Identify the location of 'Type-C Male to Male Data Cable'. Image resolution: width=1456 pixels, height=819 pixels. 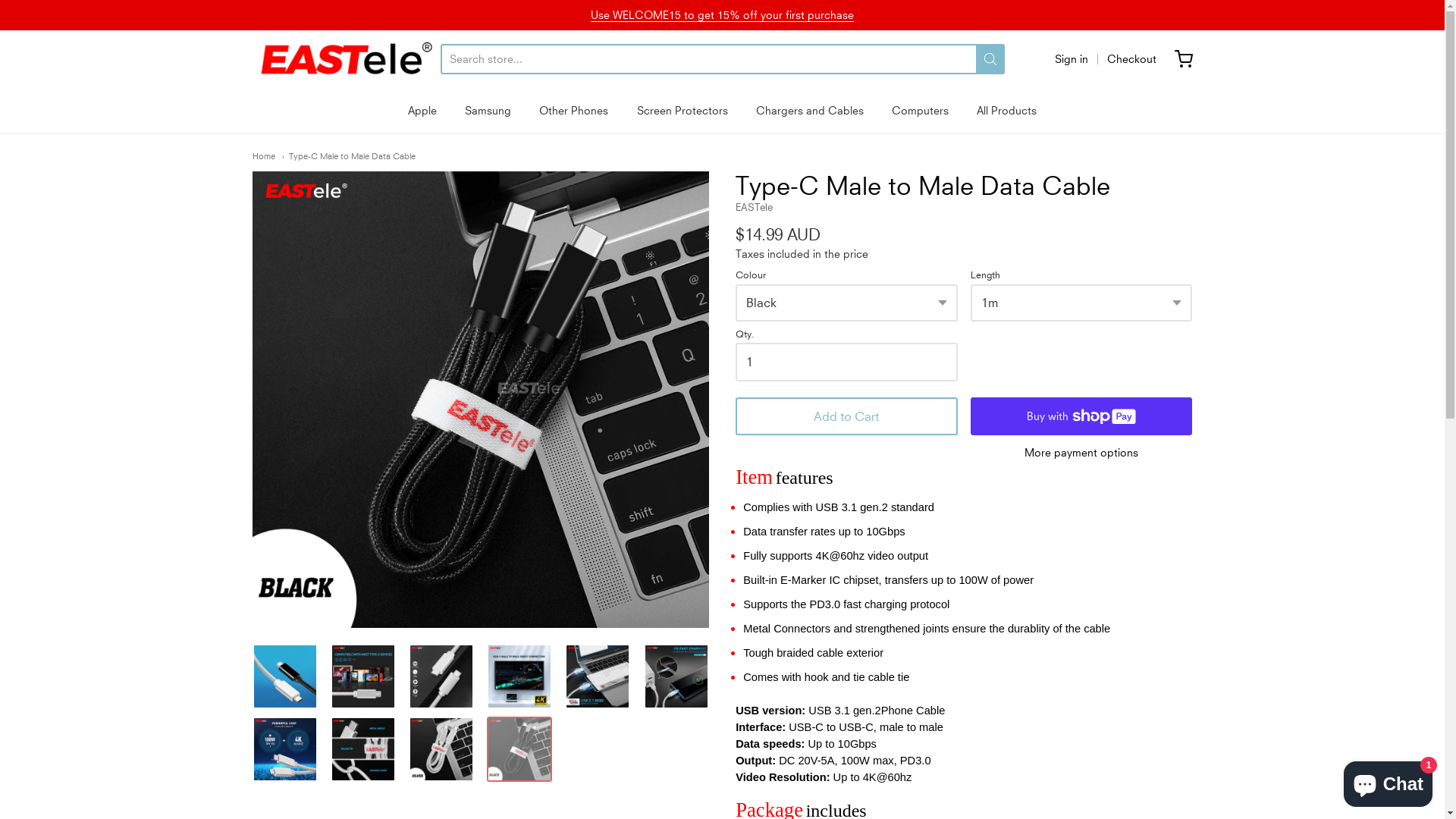
(251, 675).